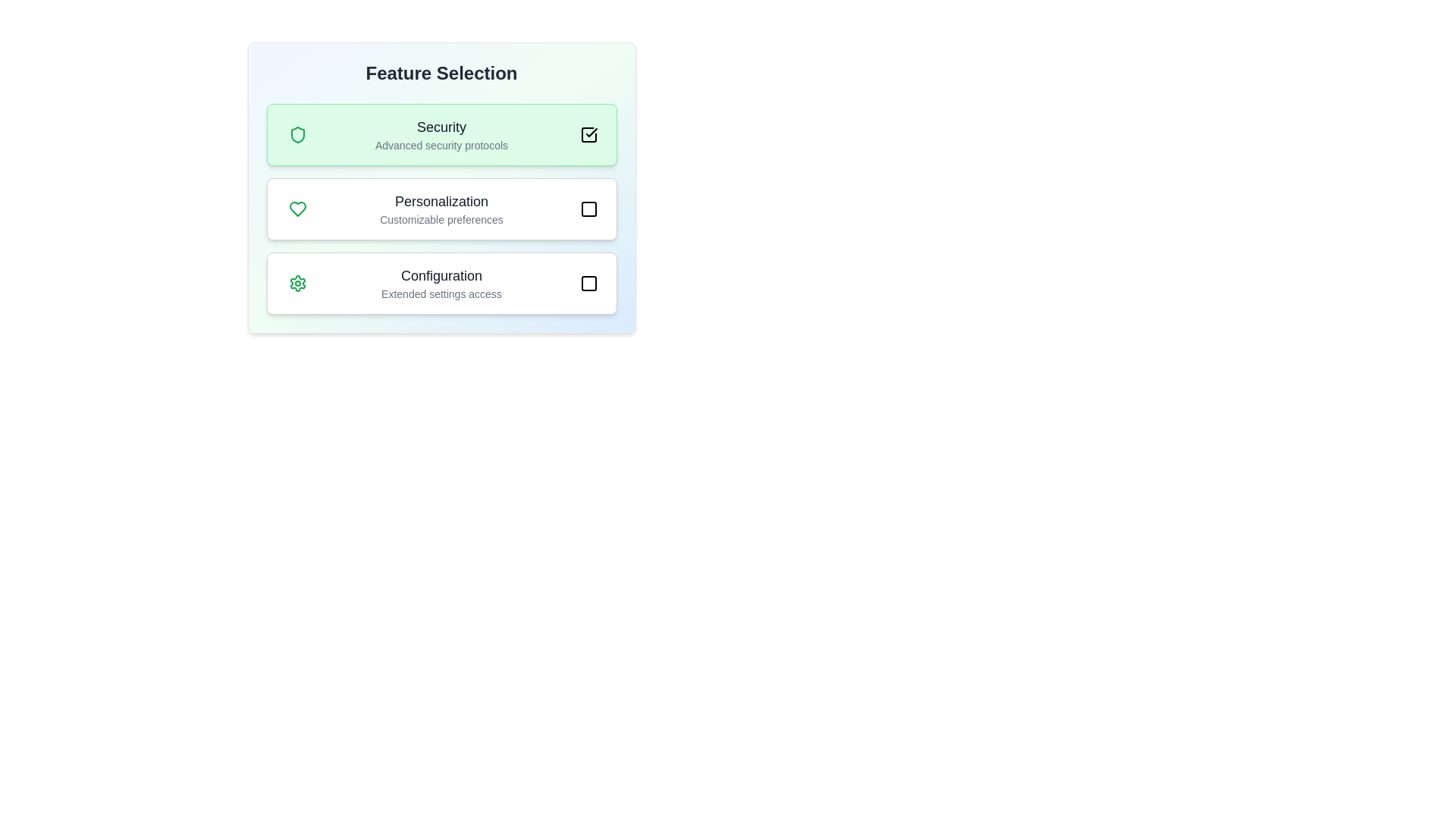  What do you see at coordinates (441, 201) in the screenshot?
I see `title text for the 'Personalization' feature, which is the main title of the second option in the feature selection interface` at bounding box center [441, 201].